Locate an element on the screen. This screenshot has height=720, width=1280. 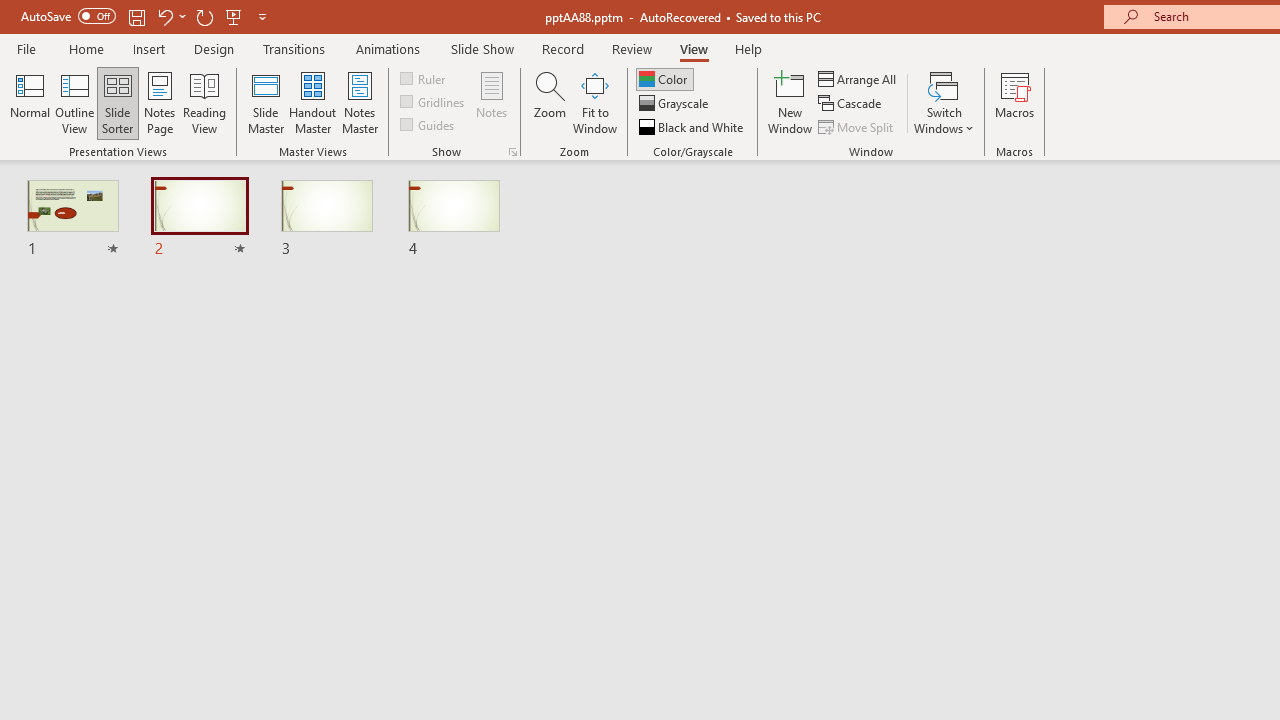
'Handout Master' is located at coordinates (311, 103).